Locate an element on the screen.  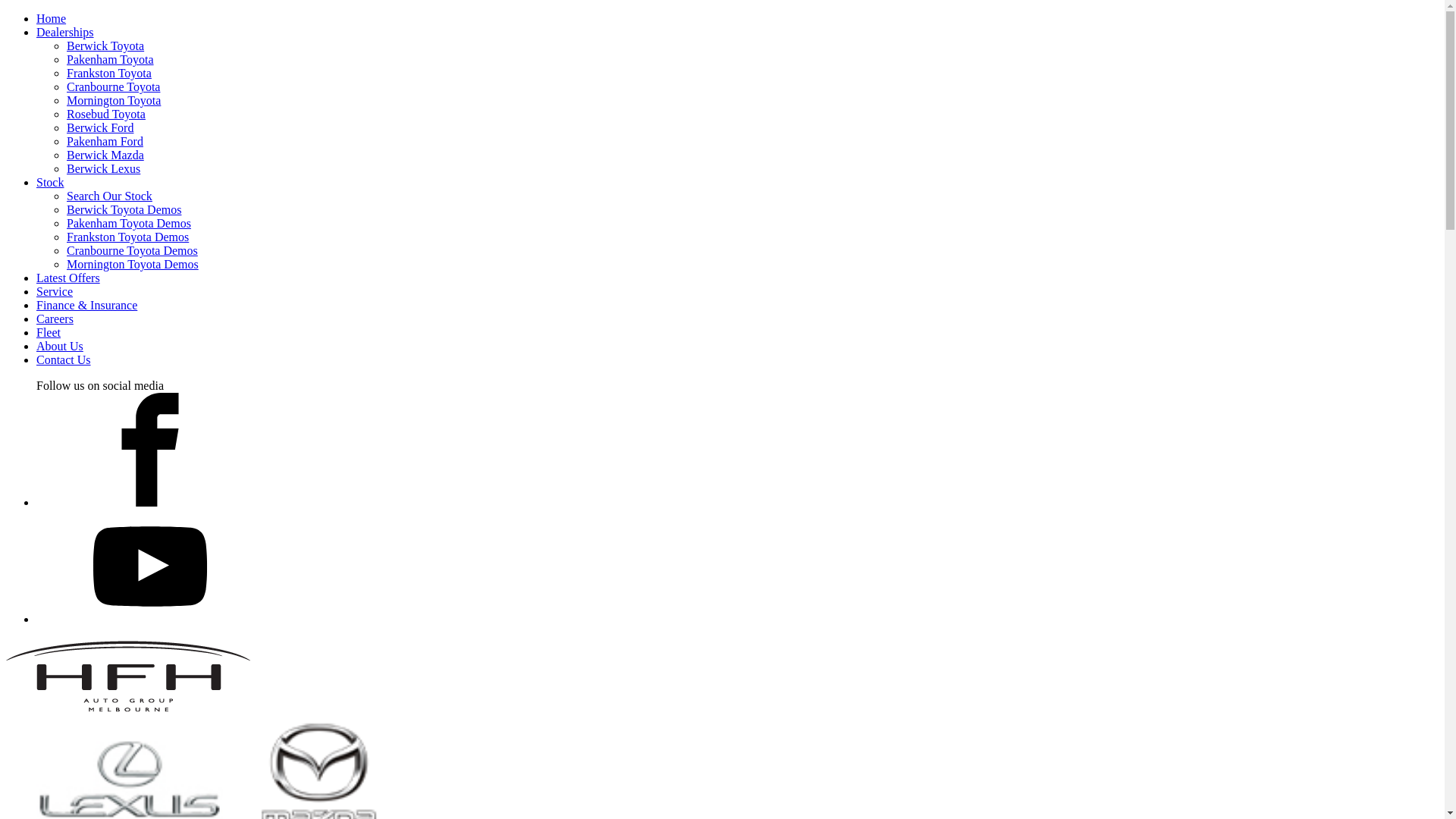
'Stock' is located at coordinates (50, 181).